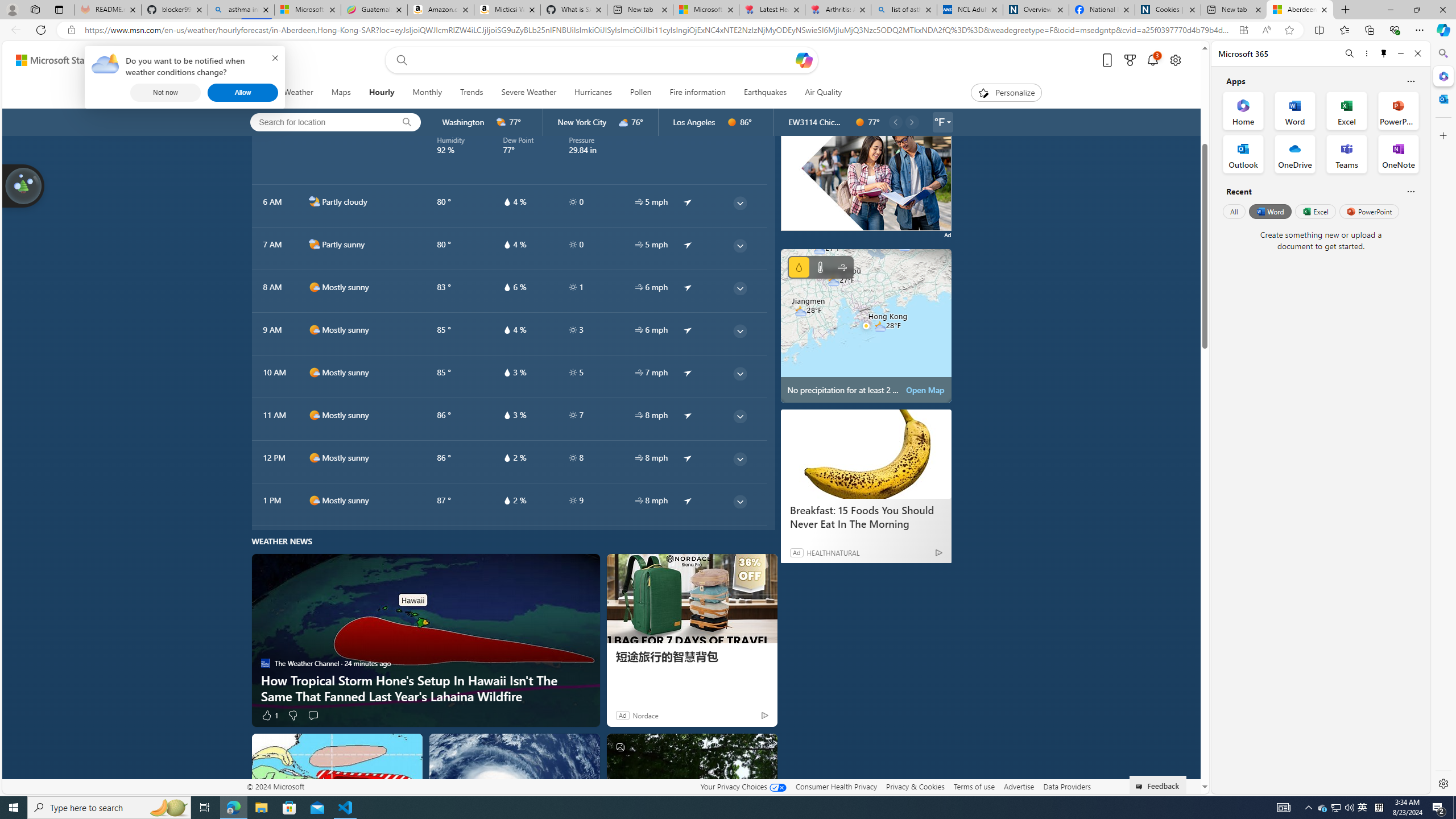 The height and width of the screenshot is (819, 1456). I want to click on 'OneNote Office App', so click(1398, 154).